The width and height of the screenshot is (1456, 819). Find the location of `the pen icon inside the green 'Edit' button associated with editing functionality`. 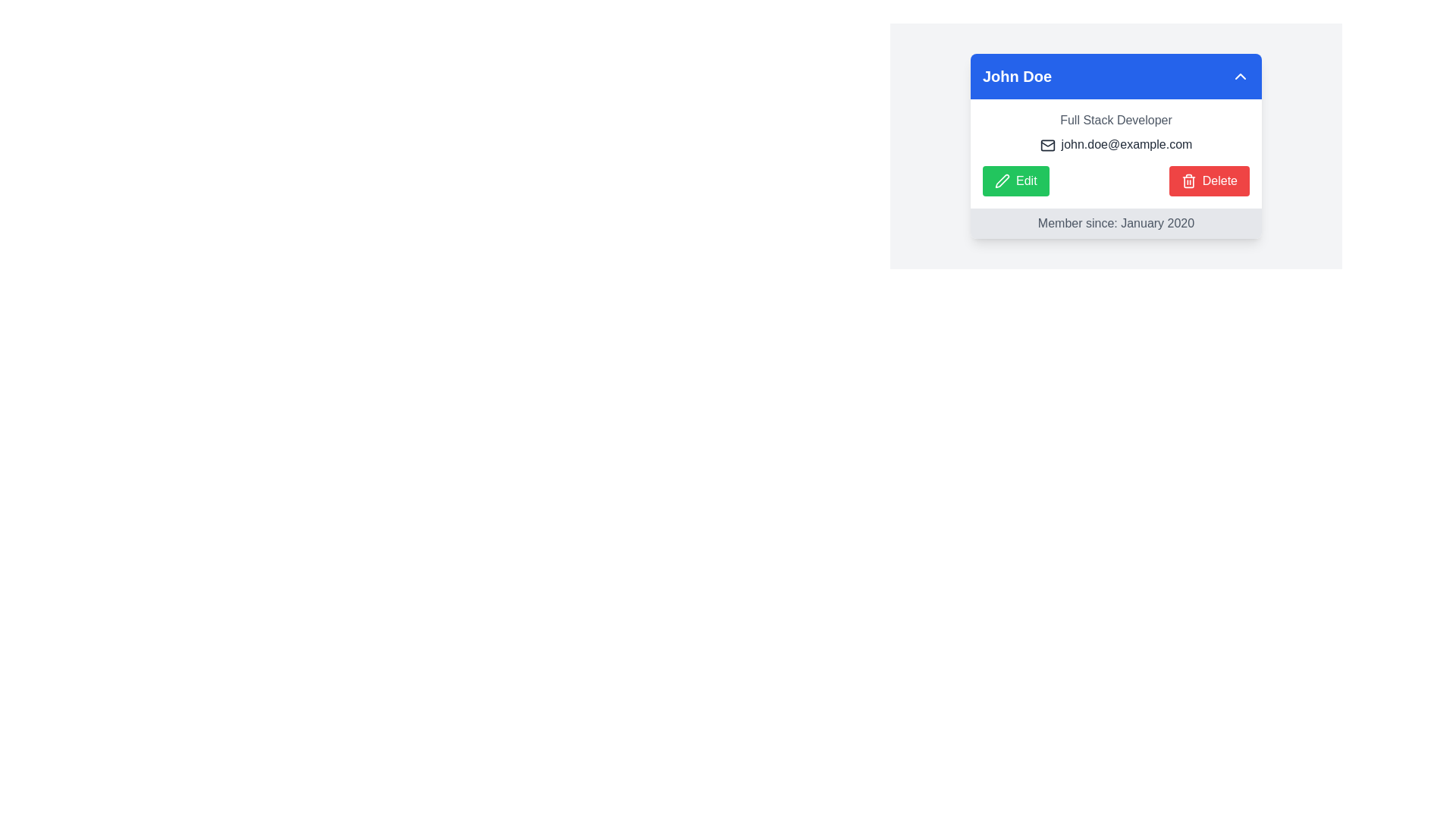

the pen icon inside the green 'Edit' button associated with editing functionality is located at coordinates (1002, 180).